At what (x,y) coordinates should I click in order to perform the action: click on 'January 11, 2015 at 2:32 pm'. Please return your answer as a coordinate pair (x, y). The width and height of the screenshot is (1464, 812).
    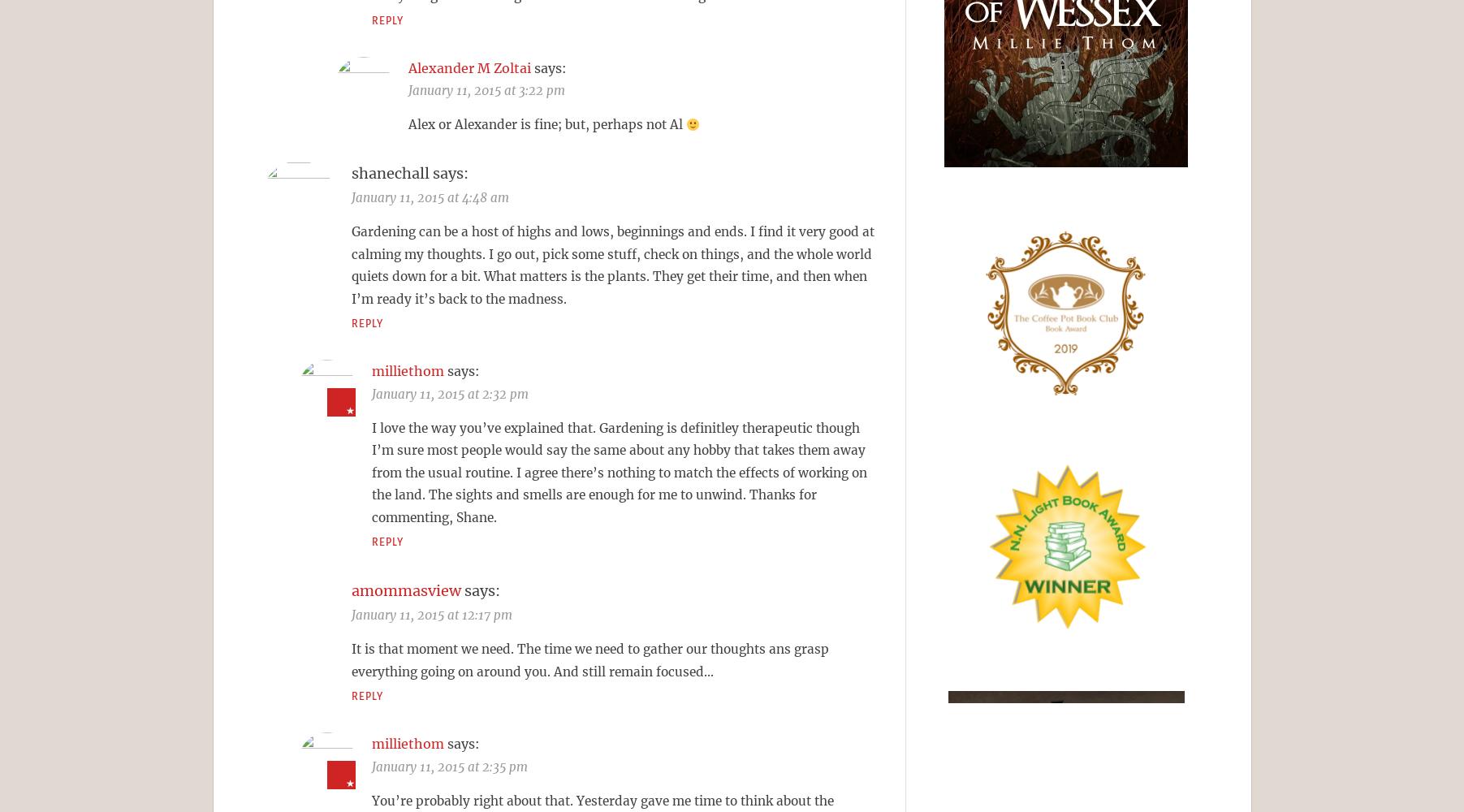
    Looking at the image, I should click on (371, 392).